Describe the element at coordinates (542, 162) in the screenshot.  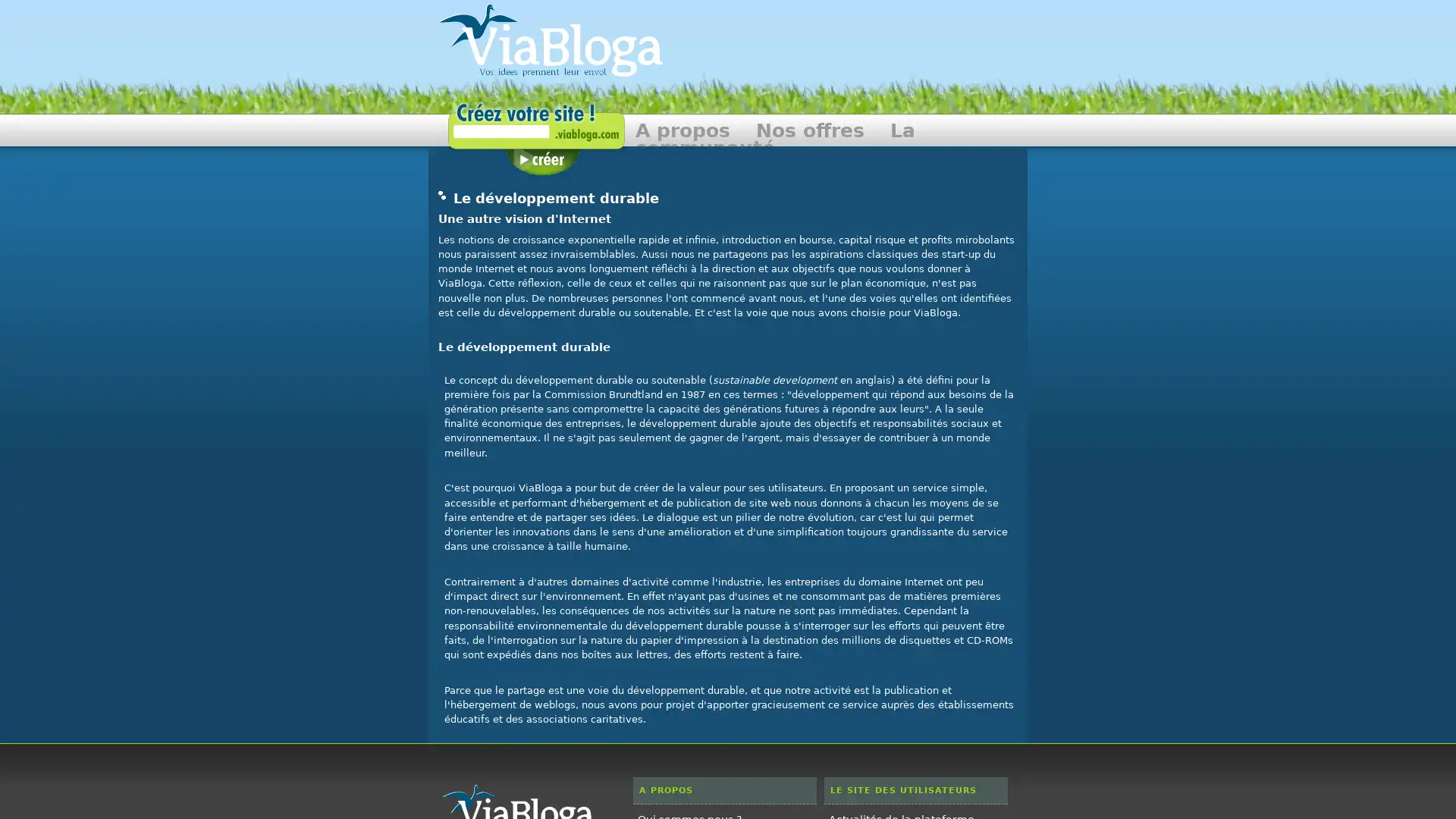
I see `Creer` at that location.